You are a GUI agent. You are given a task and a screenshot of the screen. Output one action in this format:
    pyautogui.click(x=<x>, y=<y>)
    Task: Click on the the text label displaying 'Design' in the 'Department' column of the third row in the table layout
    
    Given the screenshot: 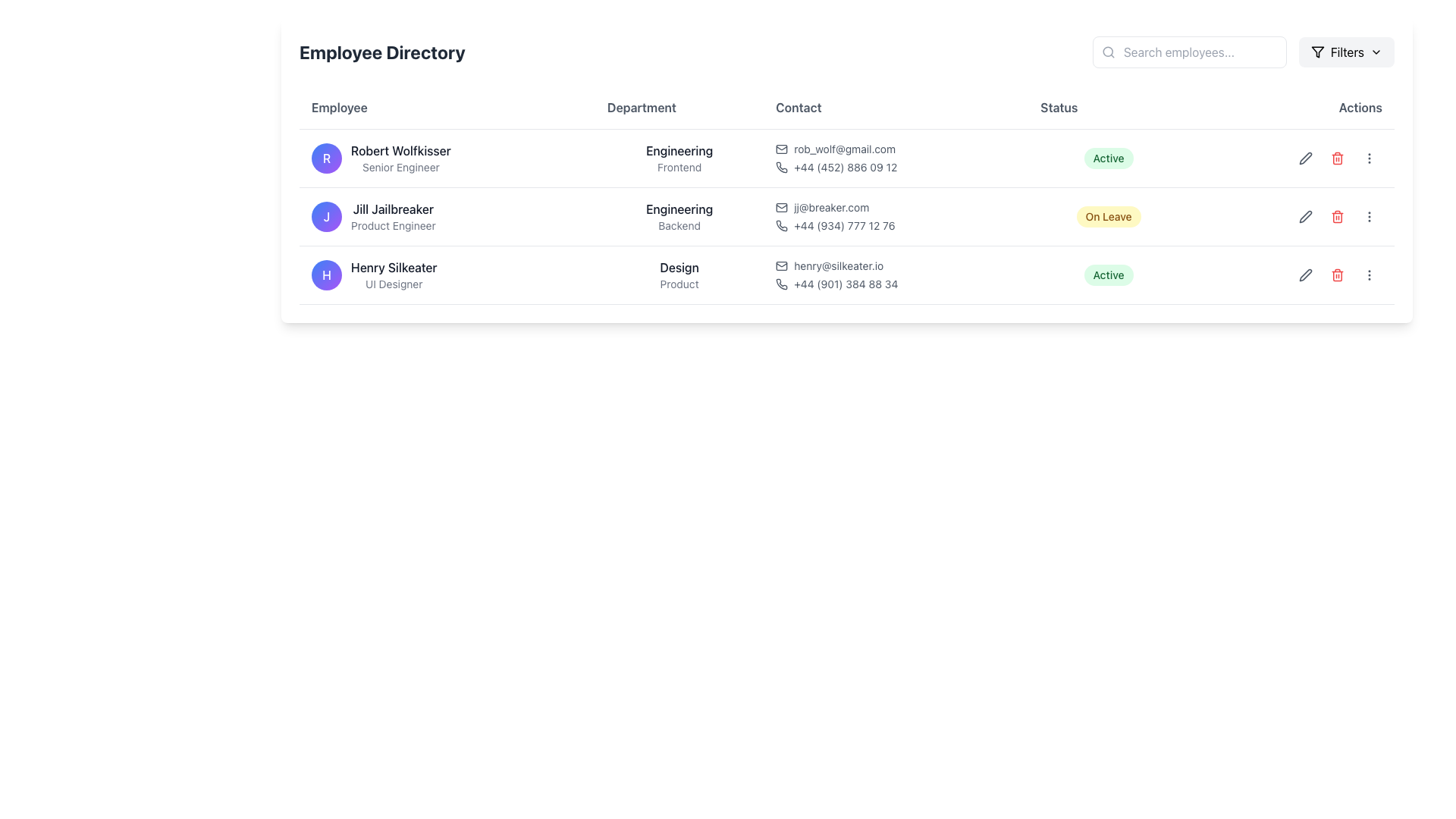 What is the action you would take?
    pyautogui.click(x=679, y=267)
    